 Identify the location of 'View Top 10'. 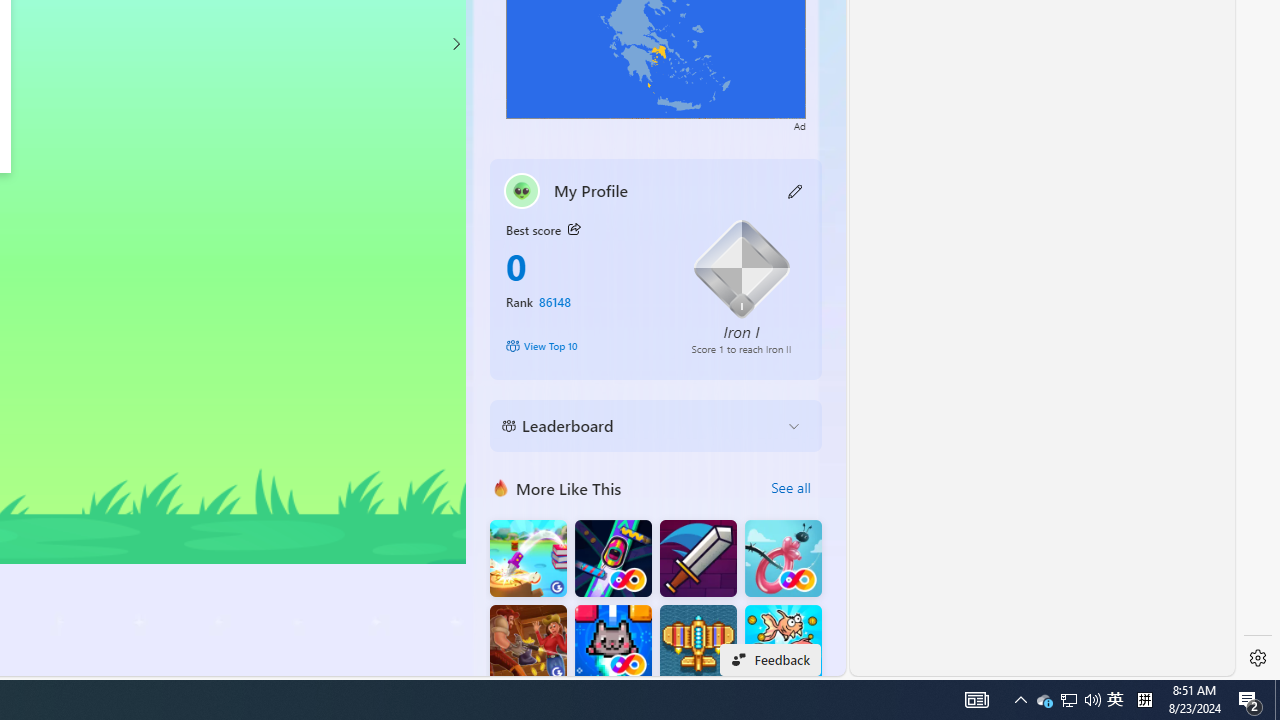
(583, 344).